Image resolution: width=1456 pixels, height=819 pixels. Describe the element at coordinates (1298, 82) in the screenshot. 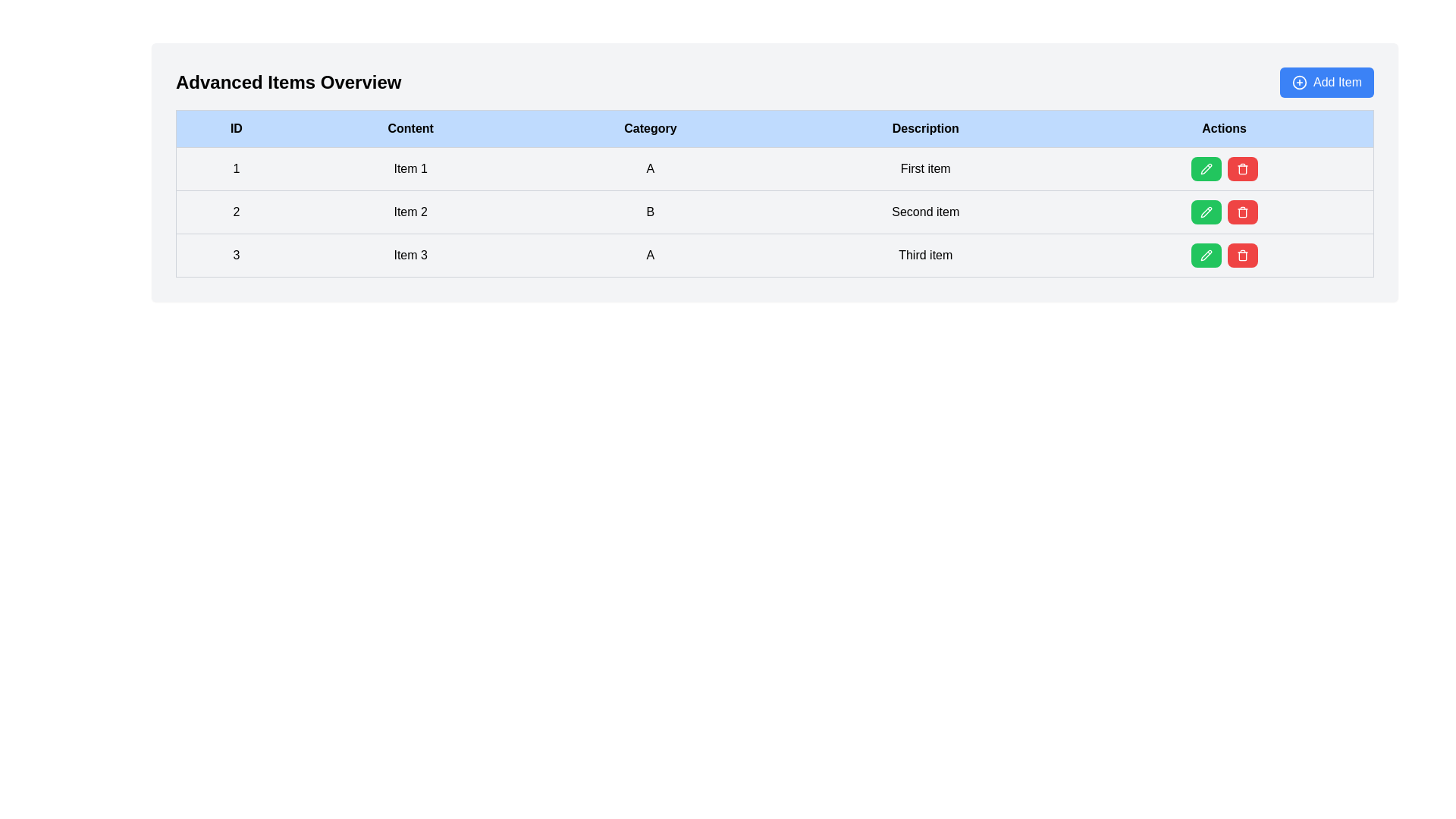

I see `the circular decorative outline of the 'Add Item' button located in the top-right corner of the interface` at that location.